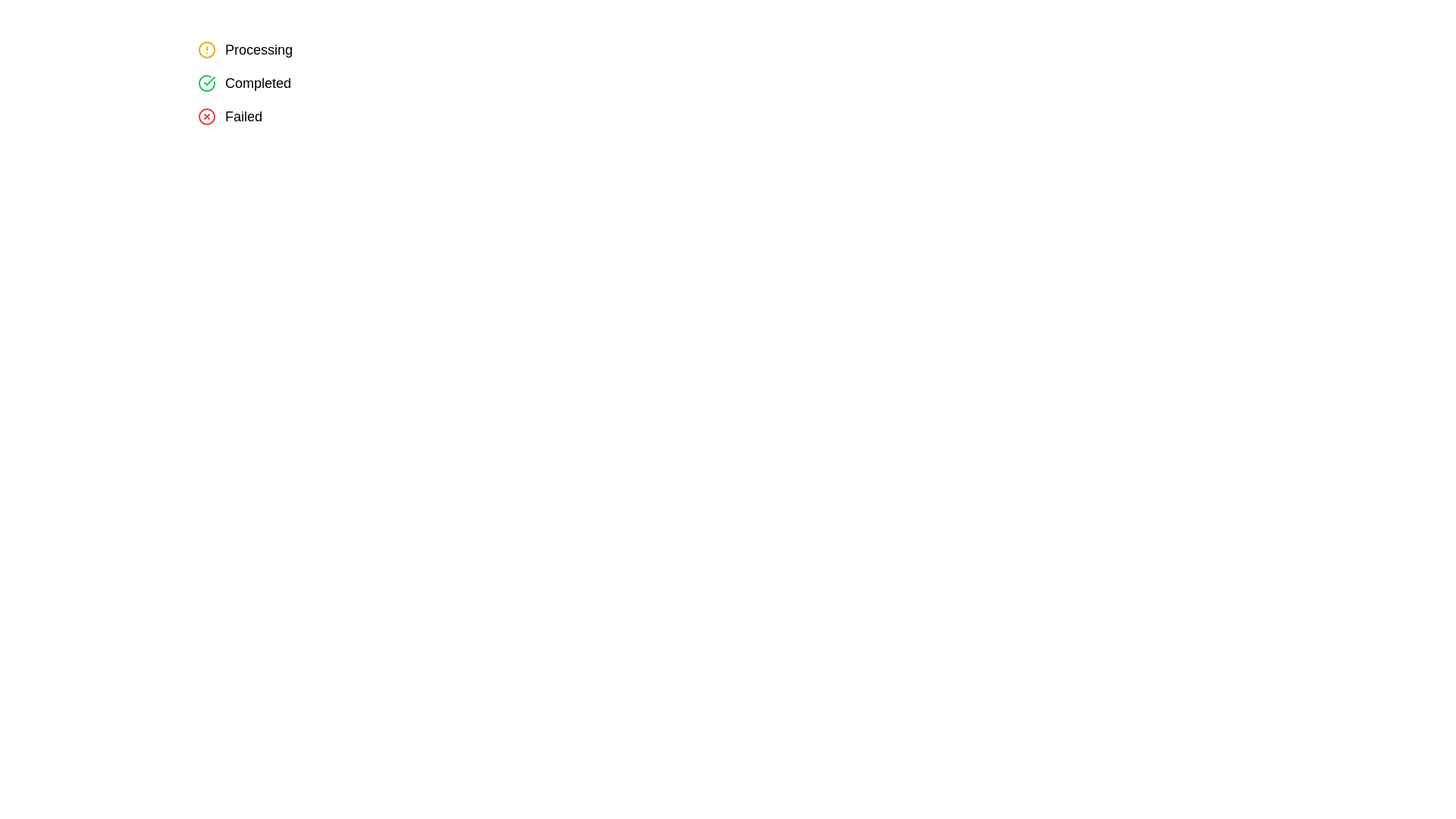 The image size is (1456, 819). Describe the element at coordinates (206, 116) in the screenshot. I see `the SVG Circle that is part of the failed status icon, located under the 'Failed' label` at that location.